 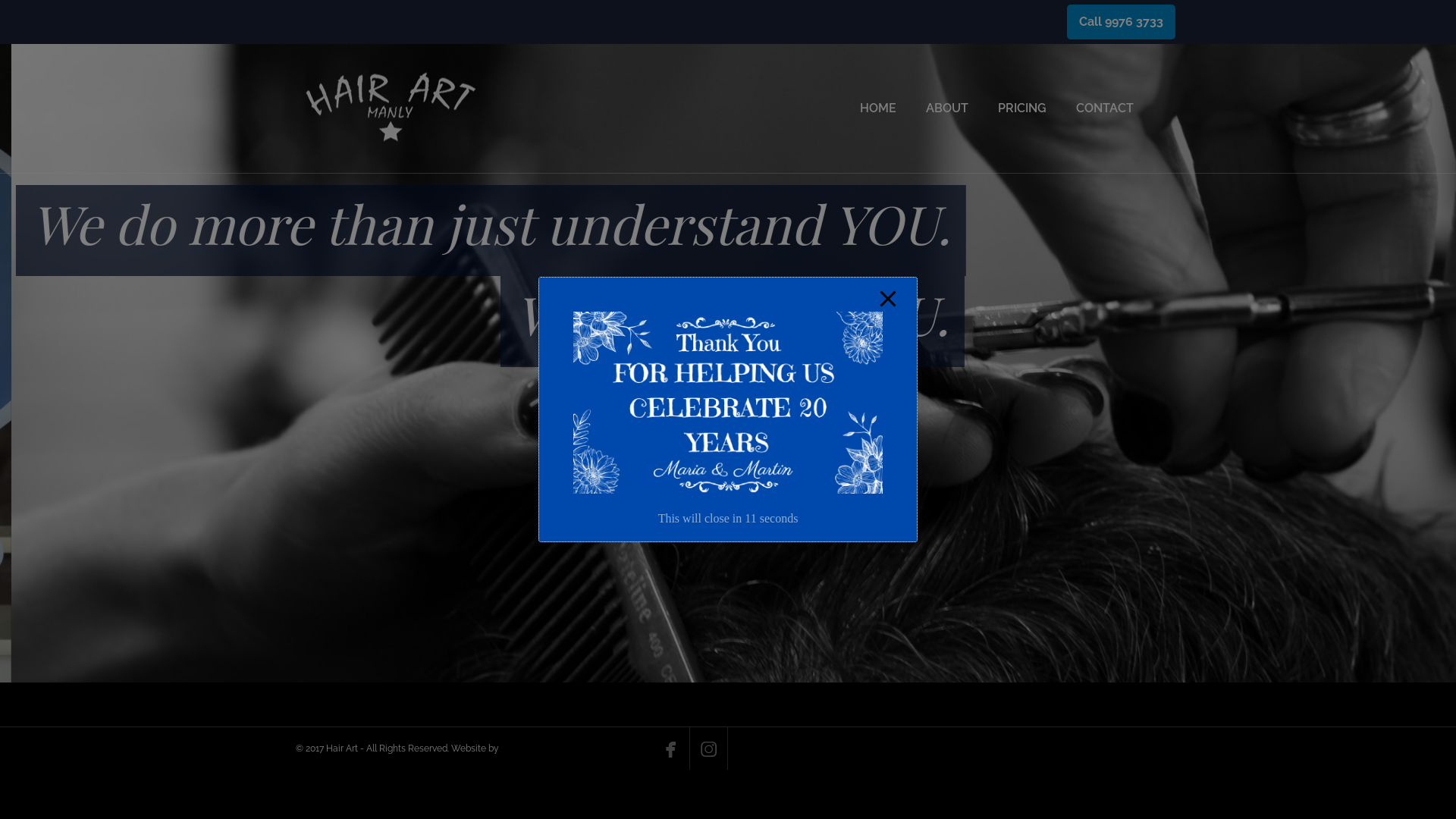 What do you see at coordinates (1121, 22) in the screenshot?
I see `'Call 9976 3733'` at bounding box center [1121, 22].